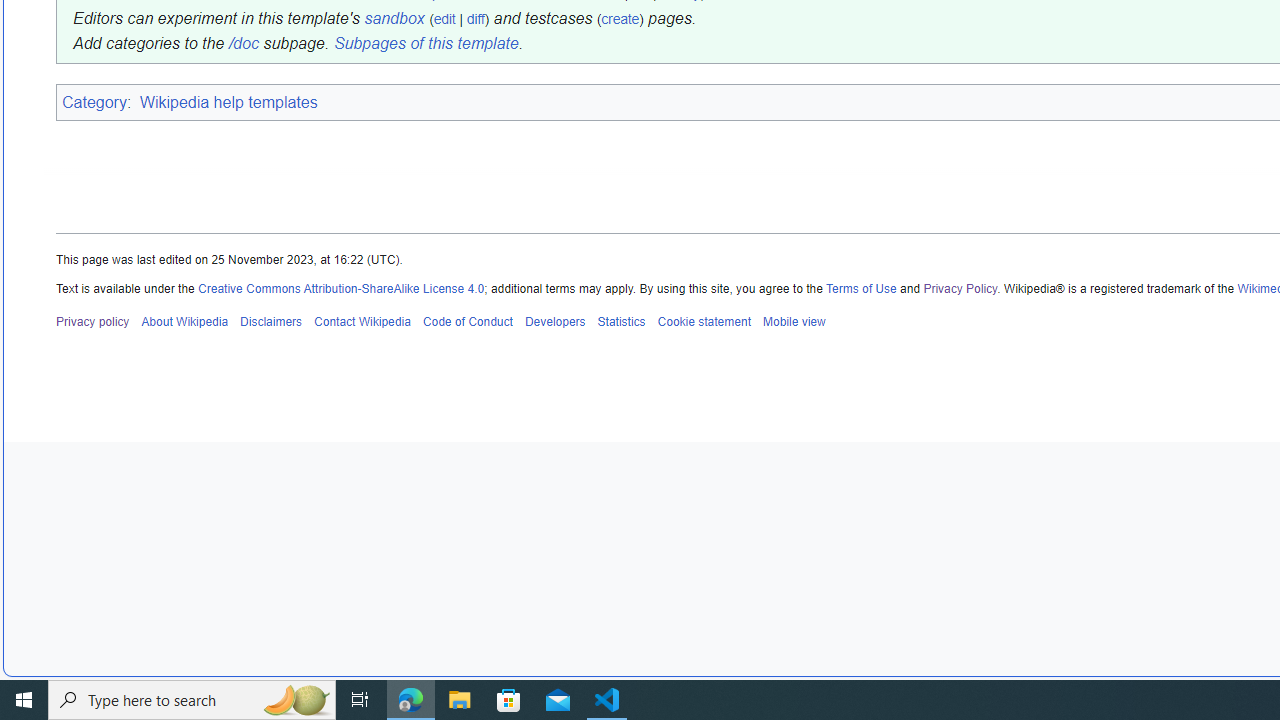  I want to click on 'Terms of Use', so click(861, 288).